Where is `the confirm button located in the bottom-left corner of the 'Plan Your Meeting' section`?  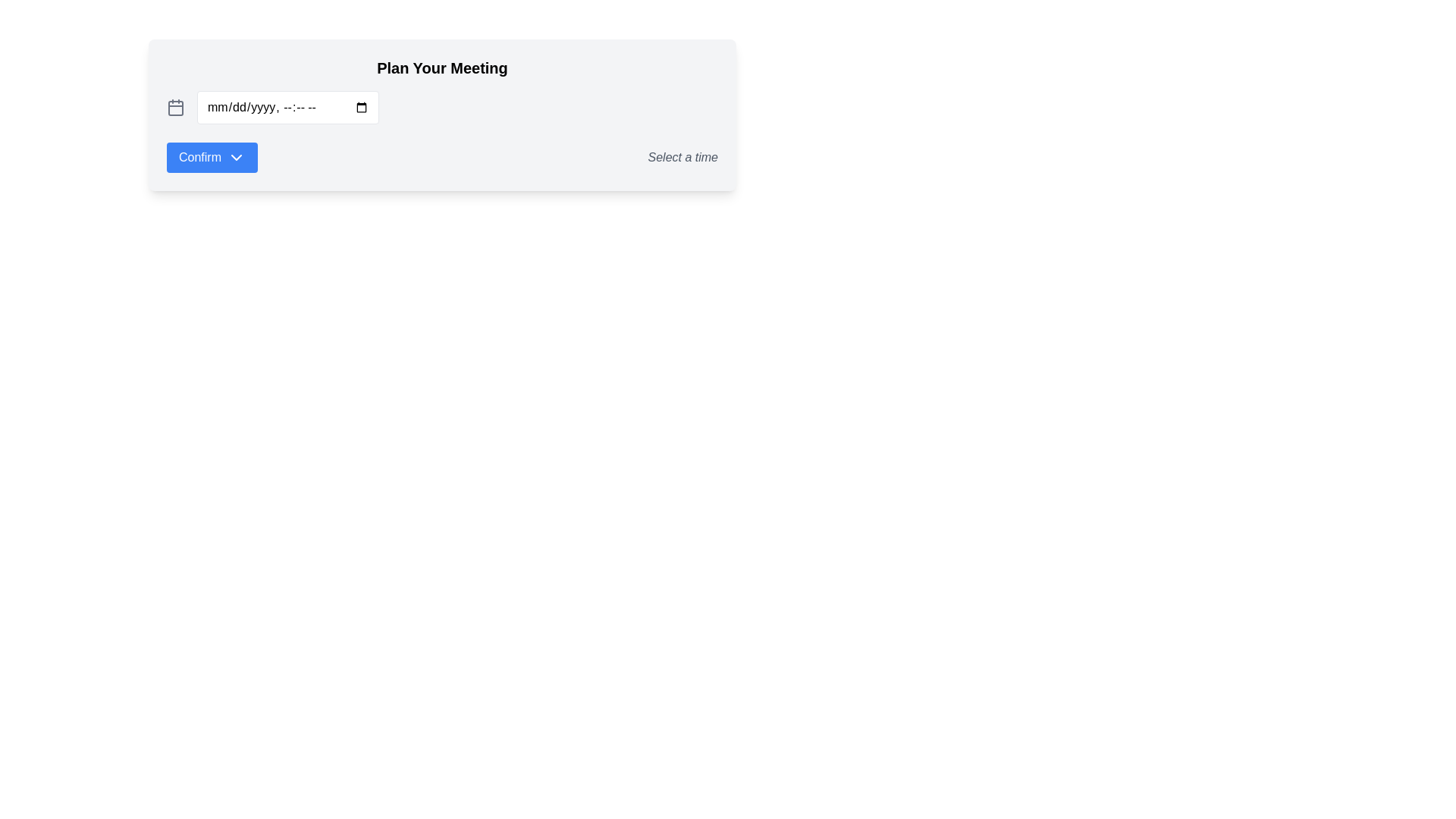 the confirm button located in the bottom-left corner of the 'Plan Your Meeting' section is located at coordinates (211, 158).